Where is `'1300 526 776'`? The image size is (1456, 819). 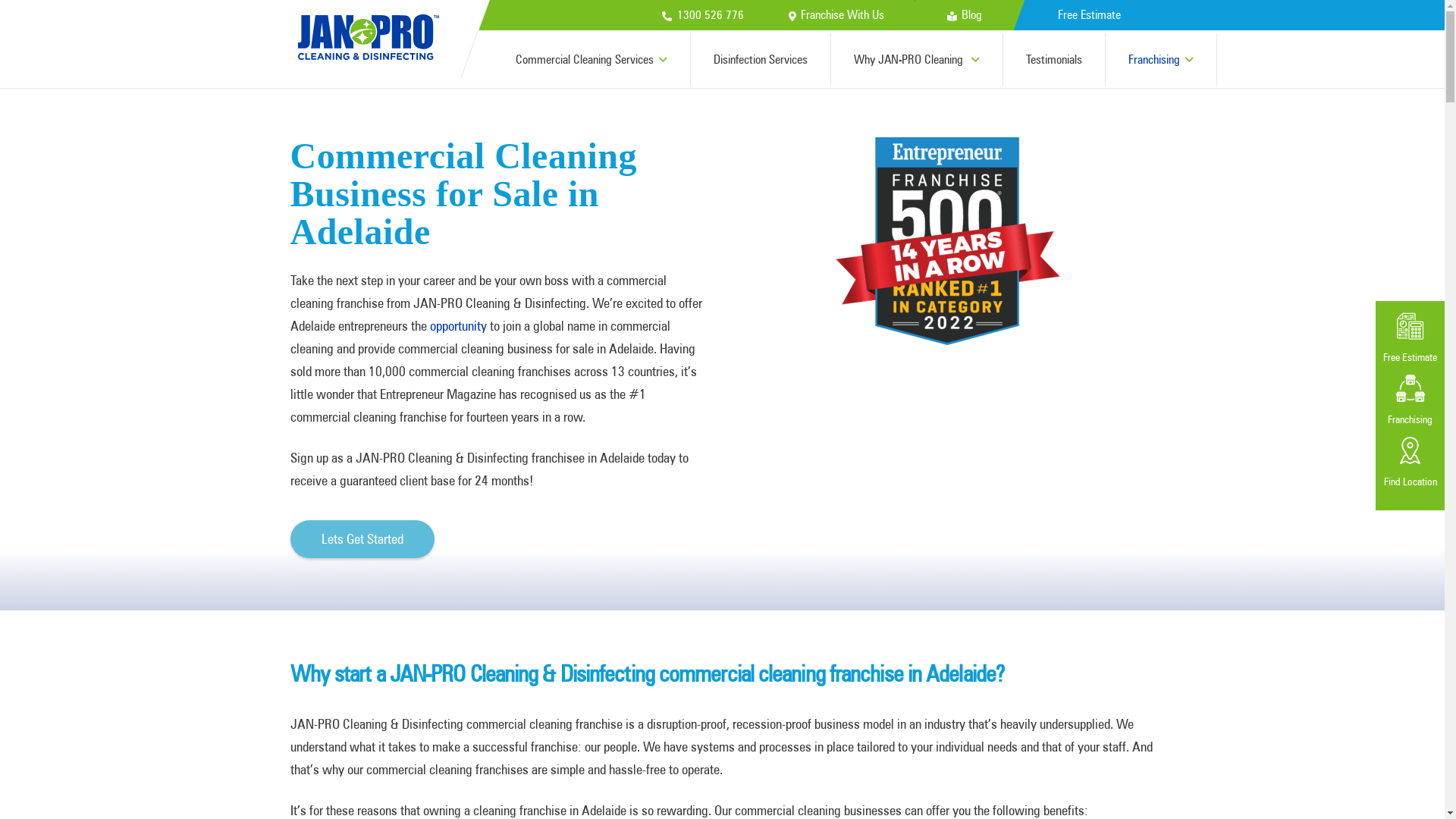 '1300 526 776' is located at coordinates (662, 14).